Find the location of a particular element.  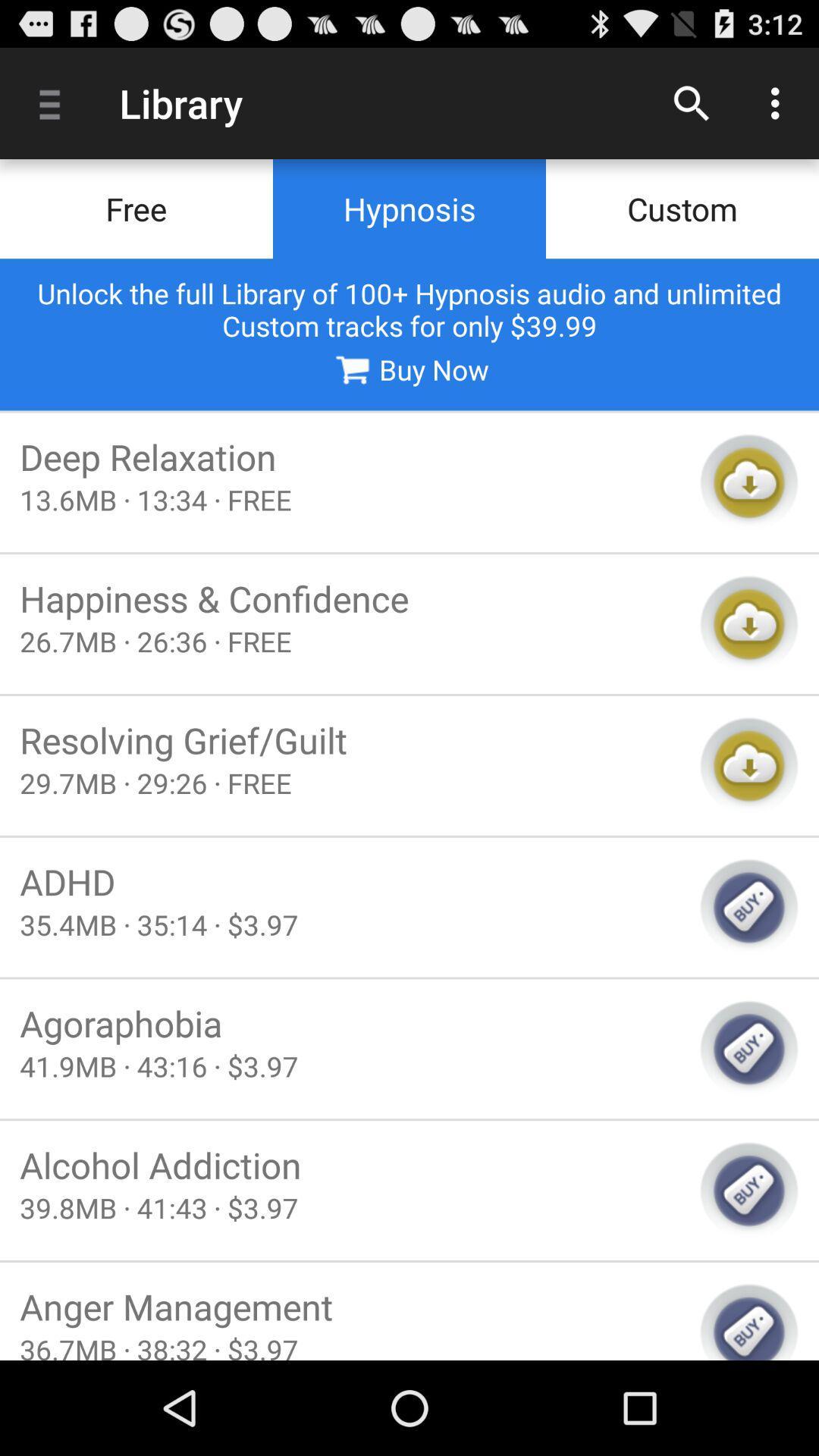

item below 35 4mb 35 icon is located at coordinates (350, 1023).